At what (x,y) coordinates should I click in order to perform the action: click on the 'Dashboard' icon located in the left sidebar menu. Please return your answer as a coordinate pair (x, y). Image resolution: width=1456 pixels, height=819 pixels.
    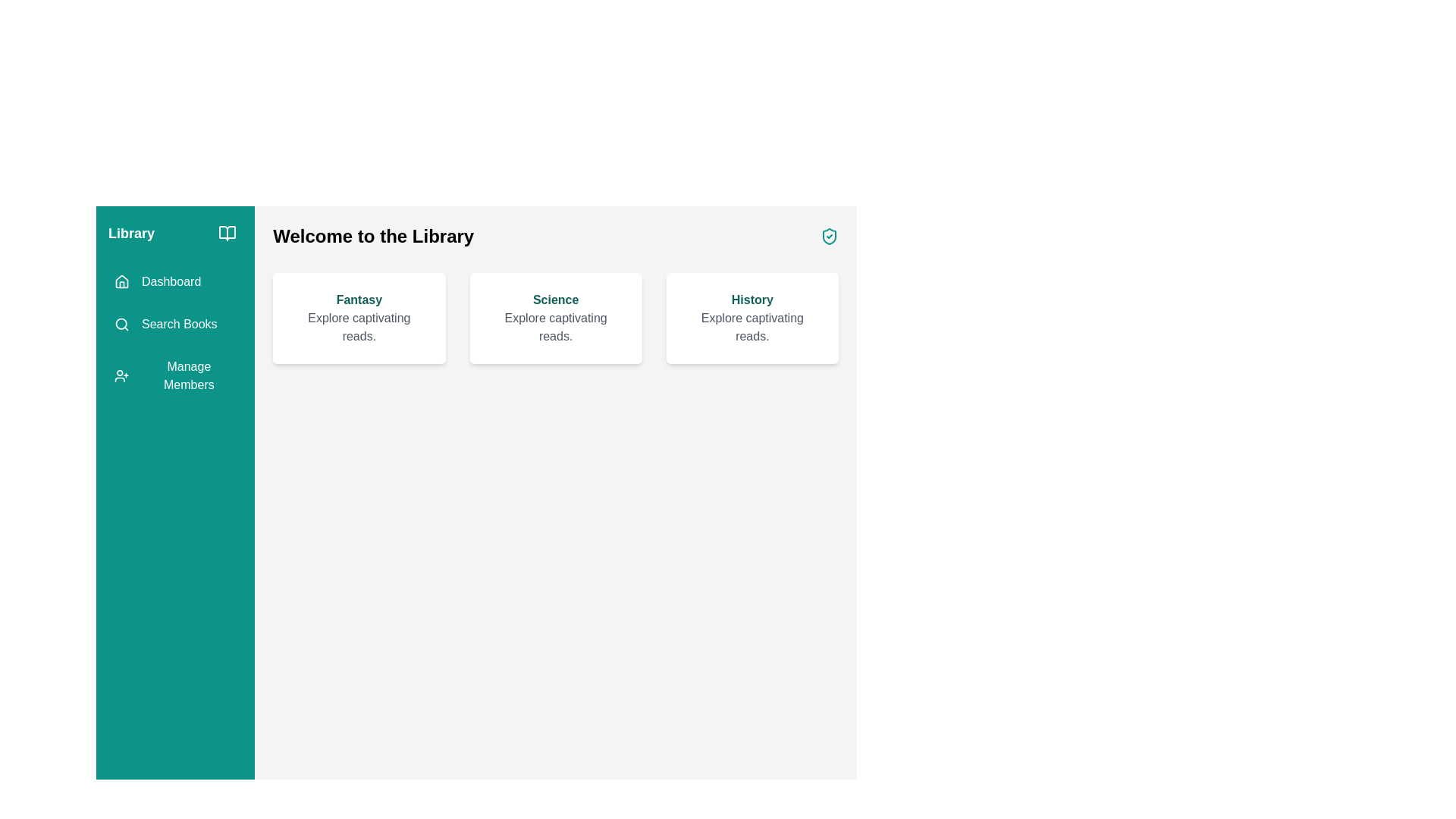
    Looking at the image, I should click on (122, 281).